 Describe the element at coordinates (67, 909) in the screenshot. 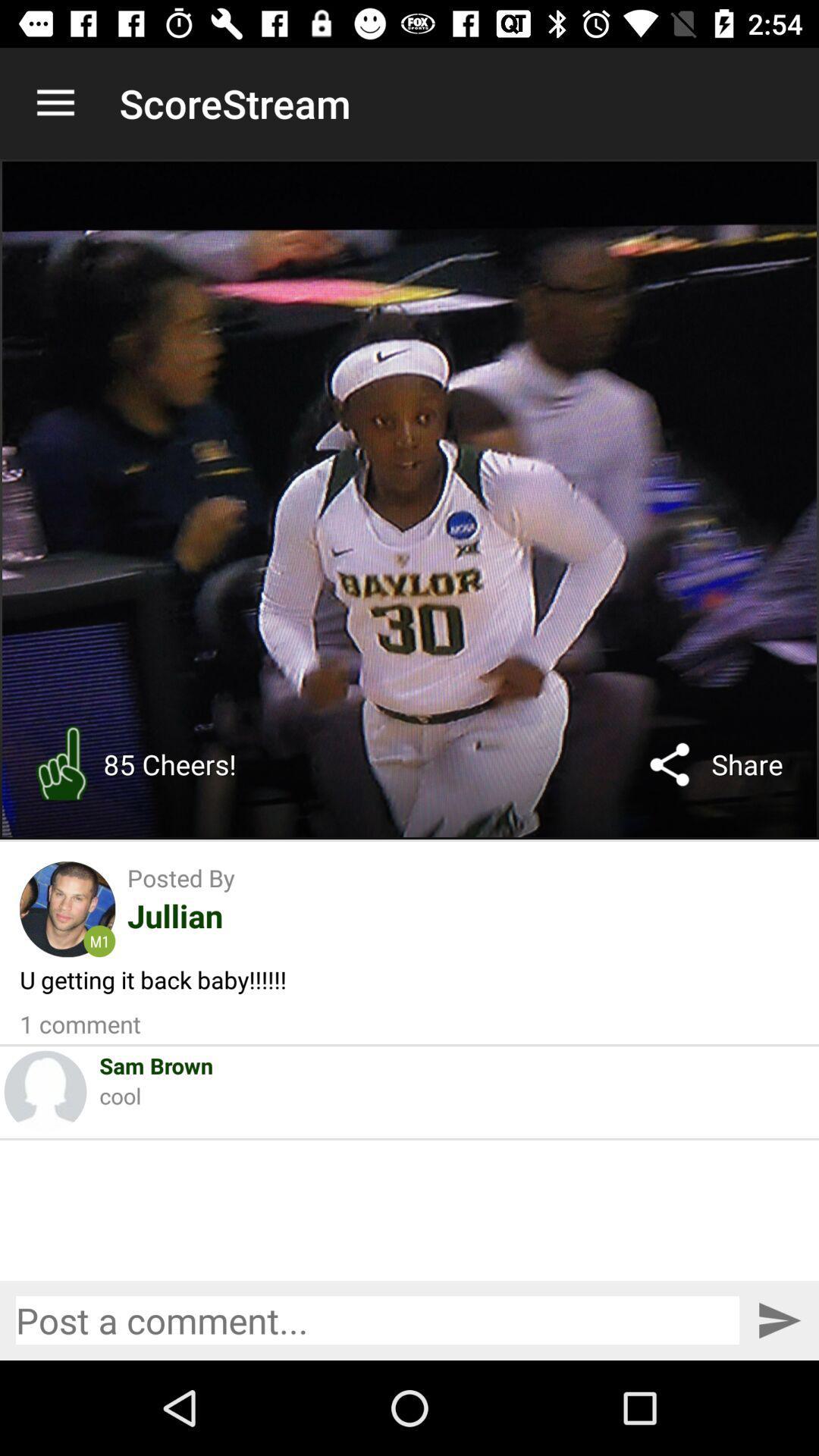

I see `icon above the u getting it icon` at that location.